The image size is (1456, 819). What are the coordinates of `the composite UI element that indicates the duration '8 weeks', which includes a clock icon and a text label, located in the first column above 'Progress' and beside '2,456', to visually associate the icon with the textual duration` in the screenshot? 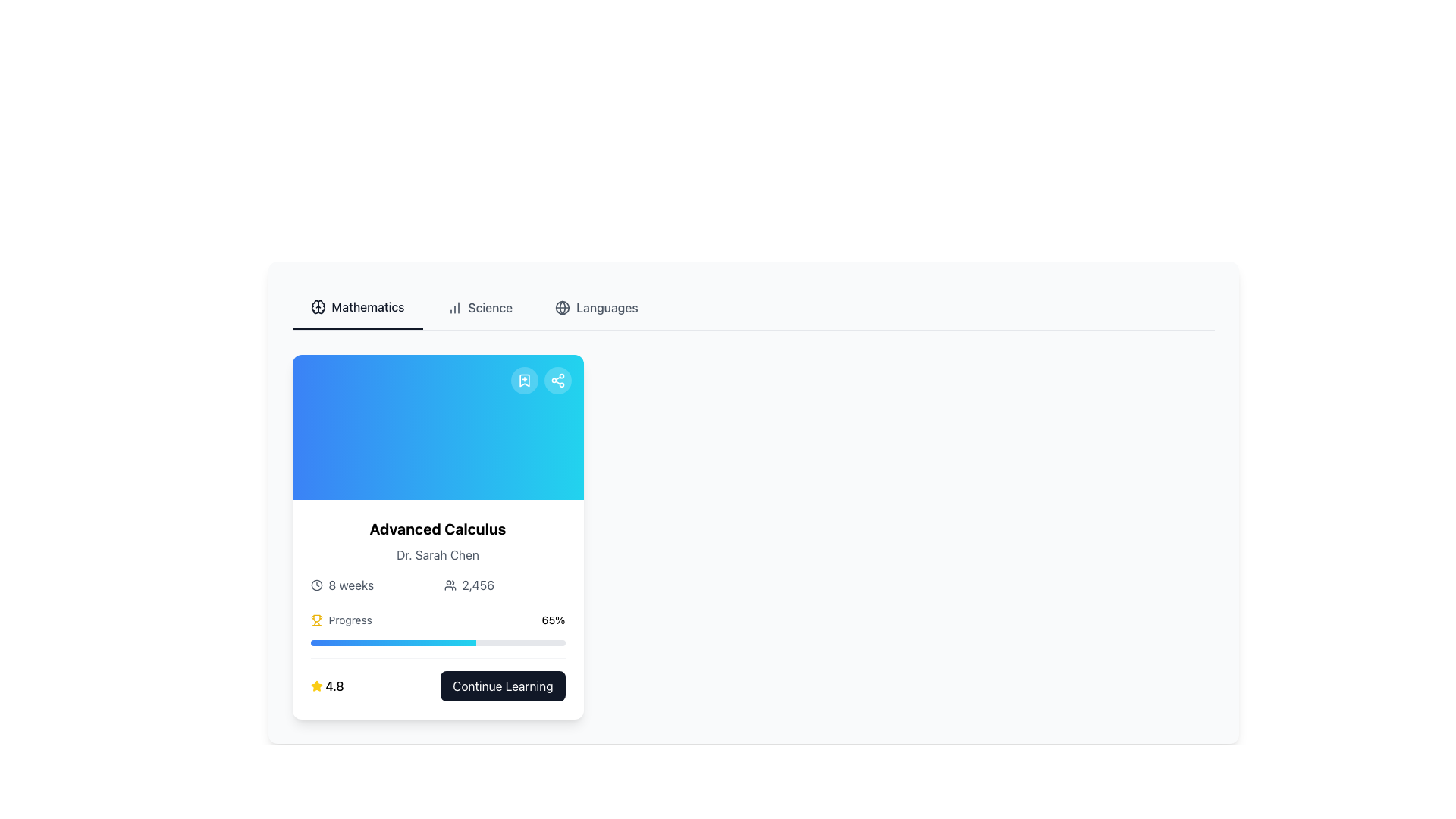 It's located at (371, 584).